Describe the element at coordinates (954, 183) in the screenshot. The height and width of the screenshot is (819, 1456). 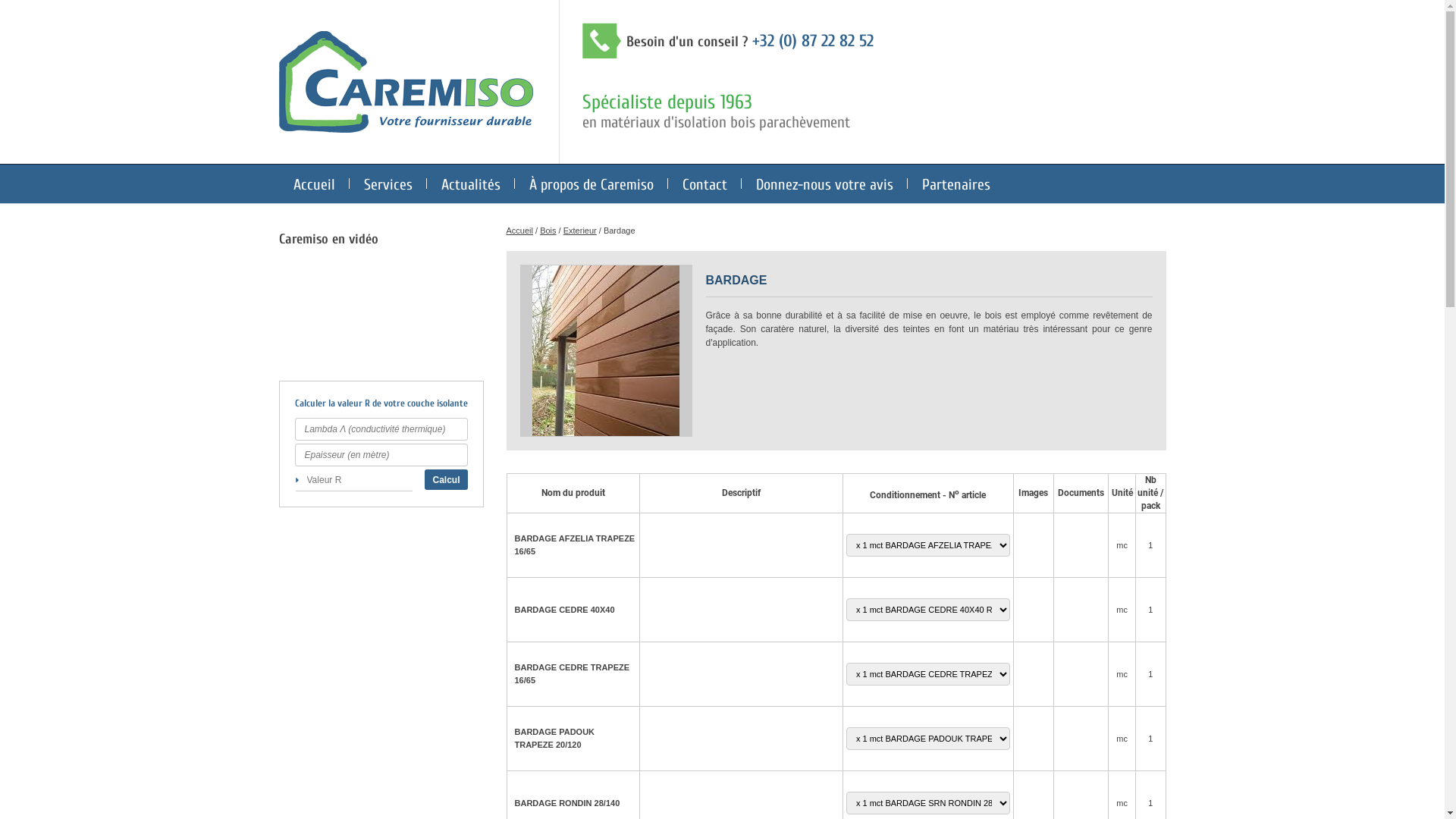
I see `'Partenaires'` at that location.